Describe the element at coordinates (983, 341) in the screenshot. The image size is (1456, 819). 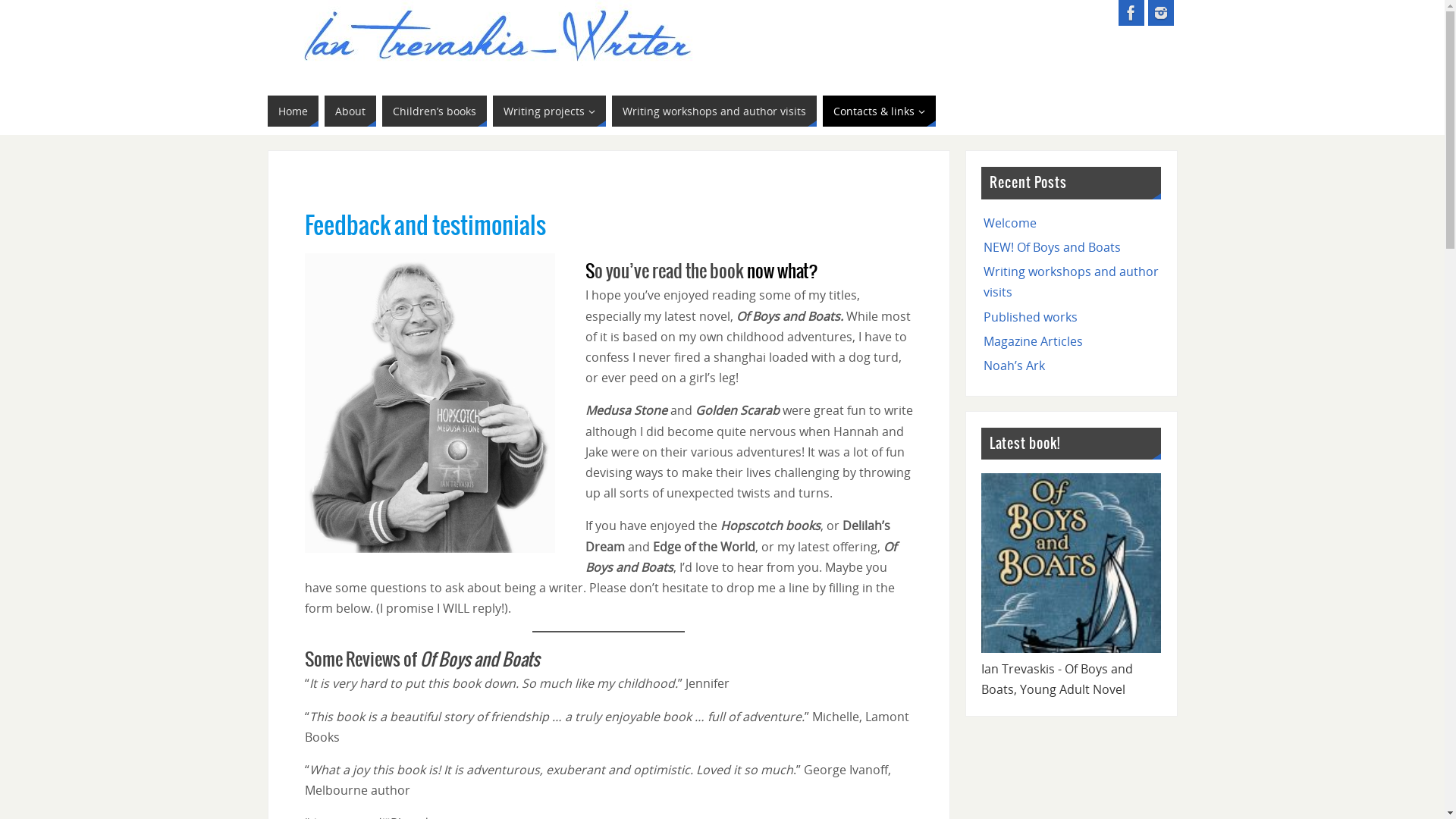
I see `'Magazine Articles'` at that location.